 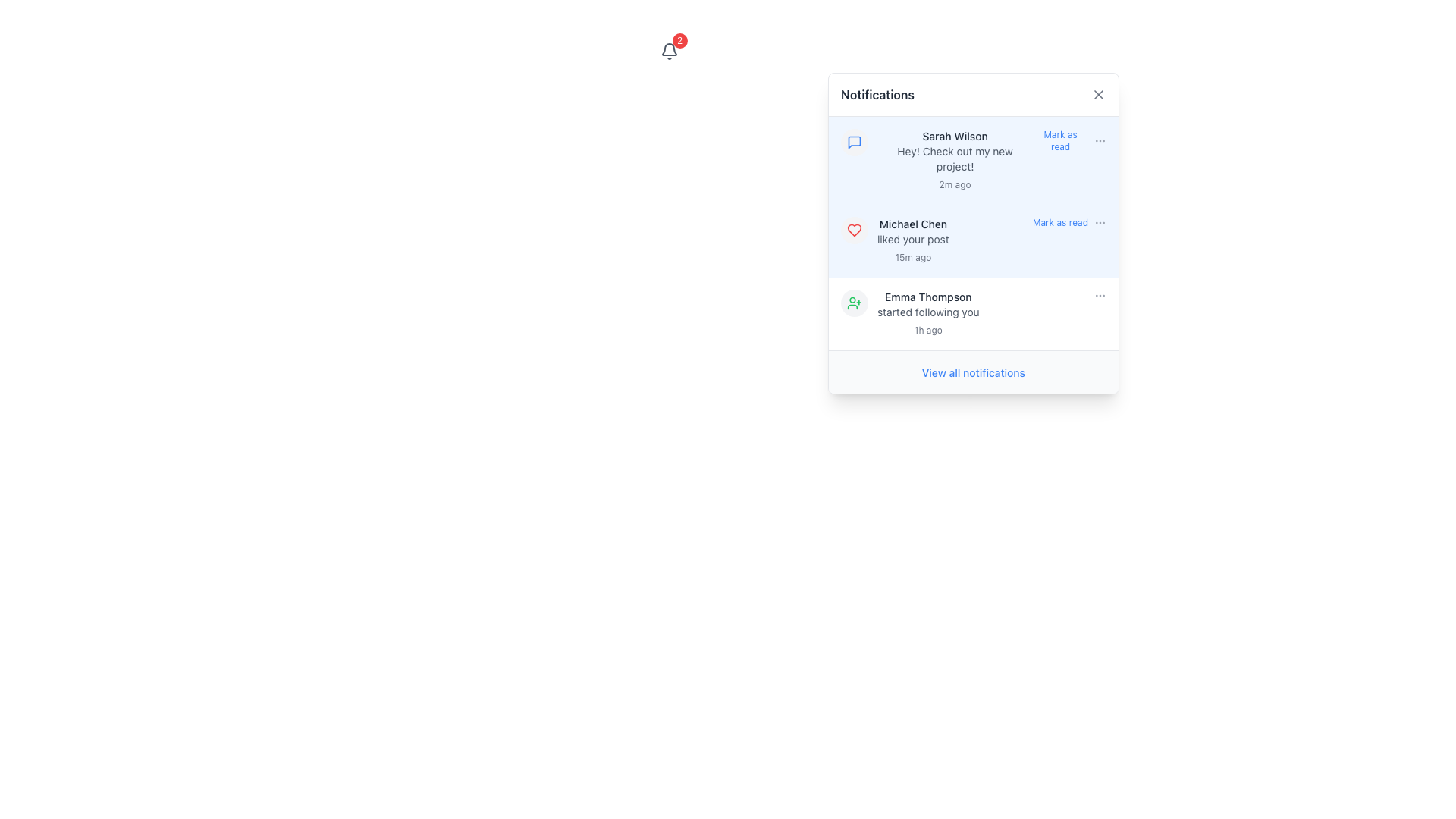 I want to click on the clickable text link styled in blue with the text 'Mark as read' located next to the notification from Michael Chen, so click(x=1068, y=222).